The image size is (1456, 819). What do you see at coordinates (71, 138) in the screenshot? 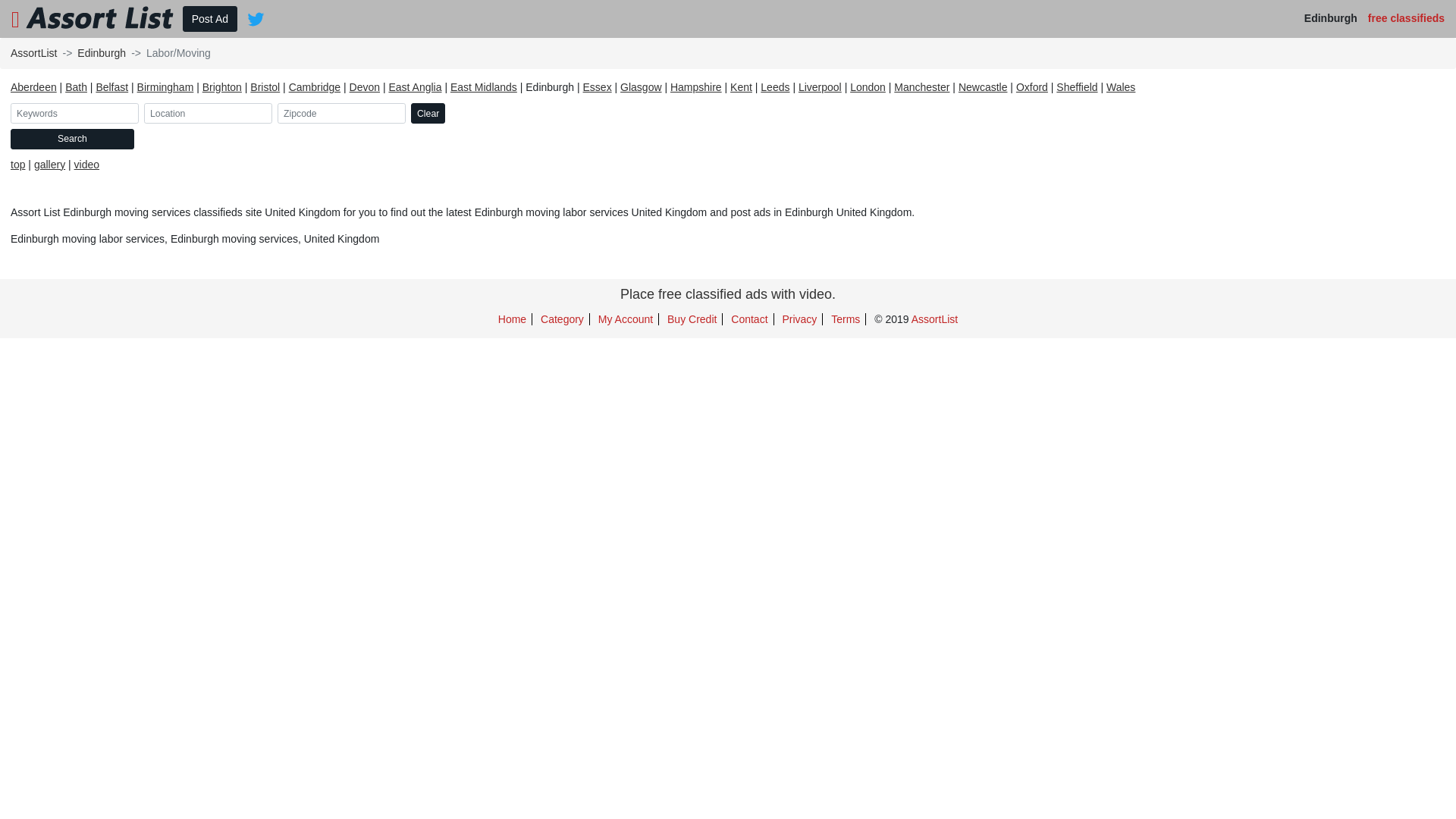
I see `'Search'` at bounding box center [71, 138].